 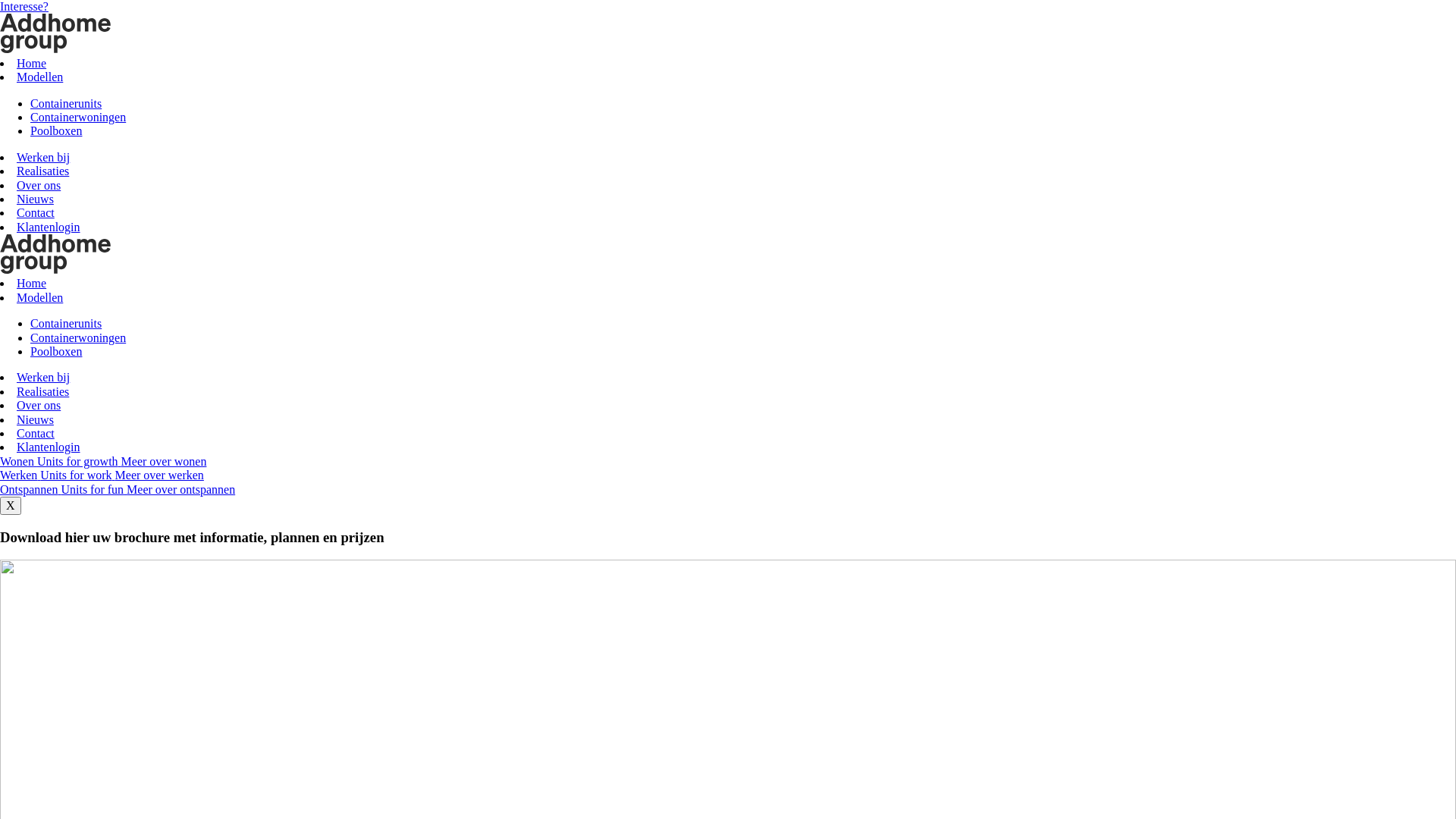 What do you see at coordinates (36, 212) in the screenshot?
I see `'Contact'` at bounding box center [36, 212].